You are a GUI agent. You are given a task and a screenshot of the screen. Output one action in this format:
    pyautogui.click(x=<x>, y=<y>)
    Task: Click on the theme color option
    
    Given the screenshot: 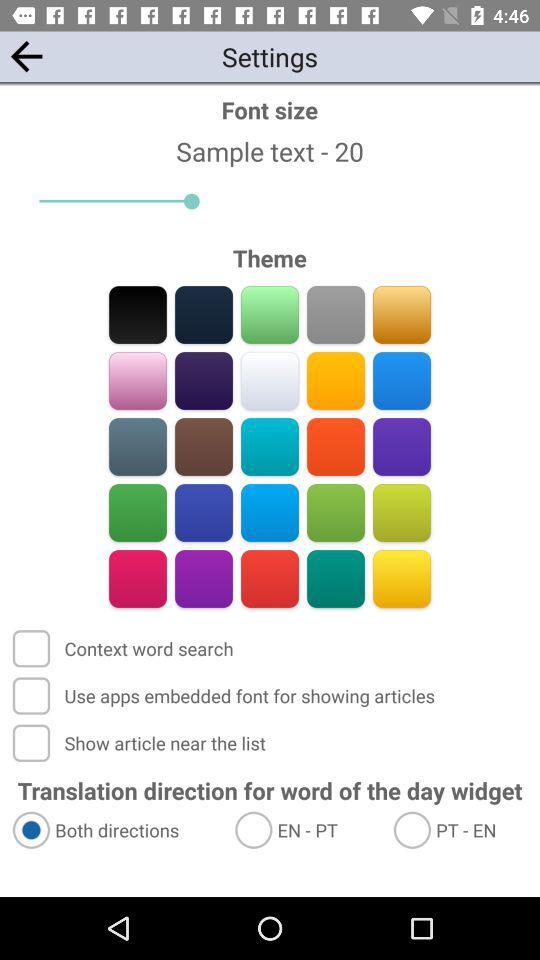 What is the action you would take?
    pyautogui.click(x=203, y=512)
    